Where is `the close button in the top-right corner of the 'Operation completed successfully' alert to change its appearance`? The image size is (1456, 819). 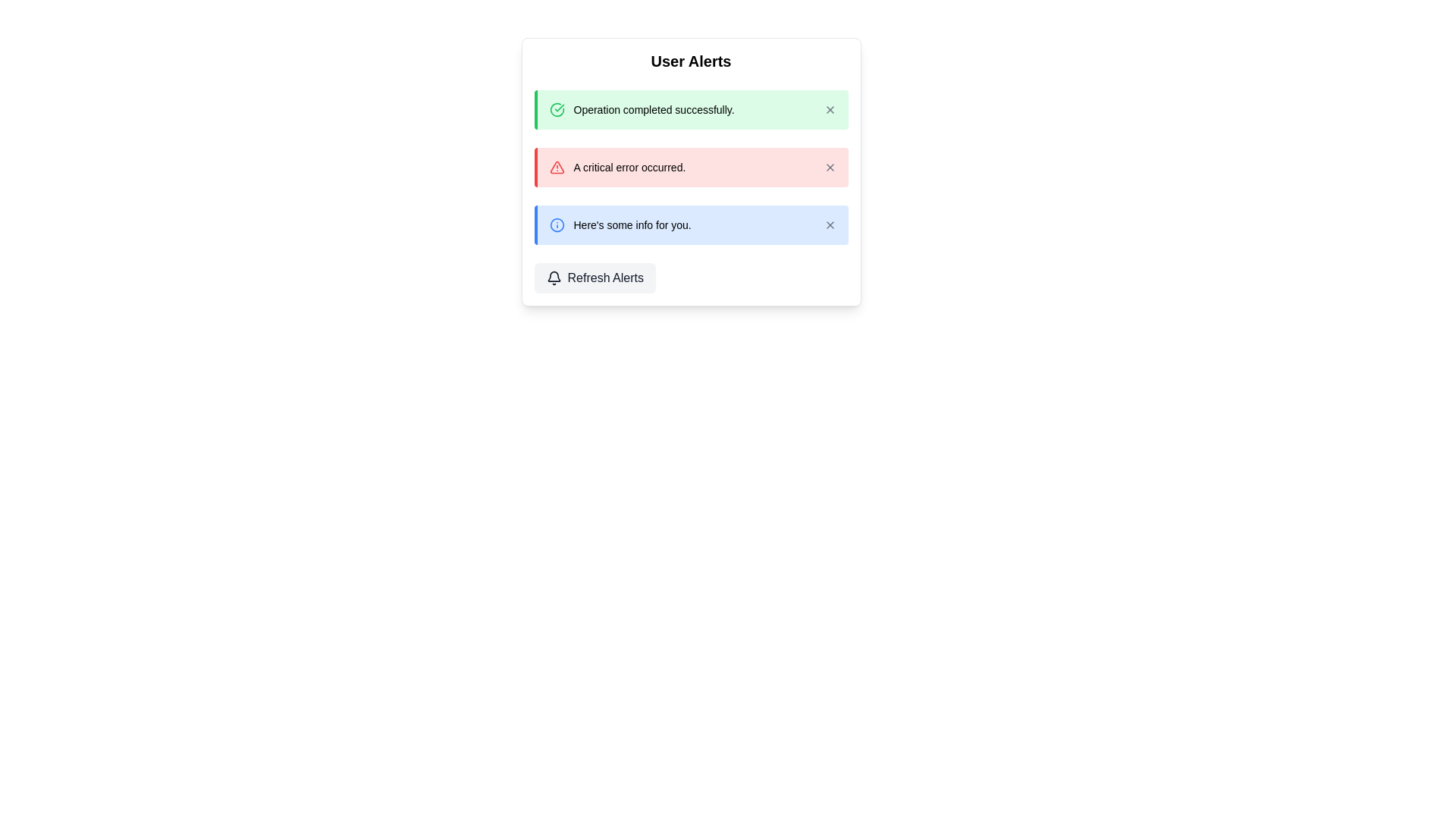
the close button in the top-right corner of the 'Operation completed successfully' alert to change its appearance is located at coordinates (829, 109).